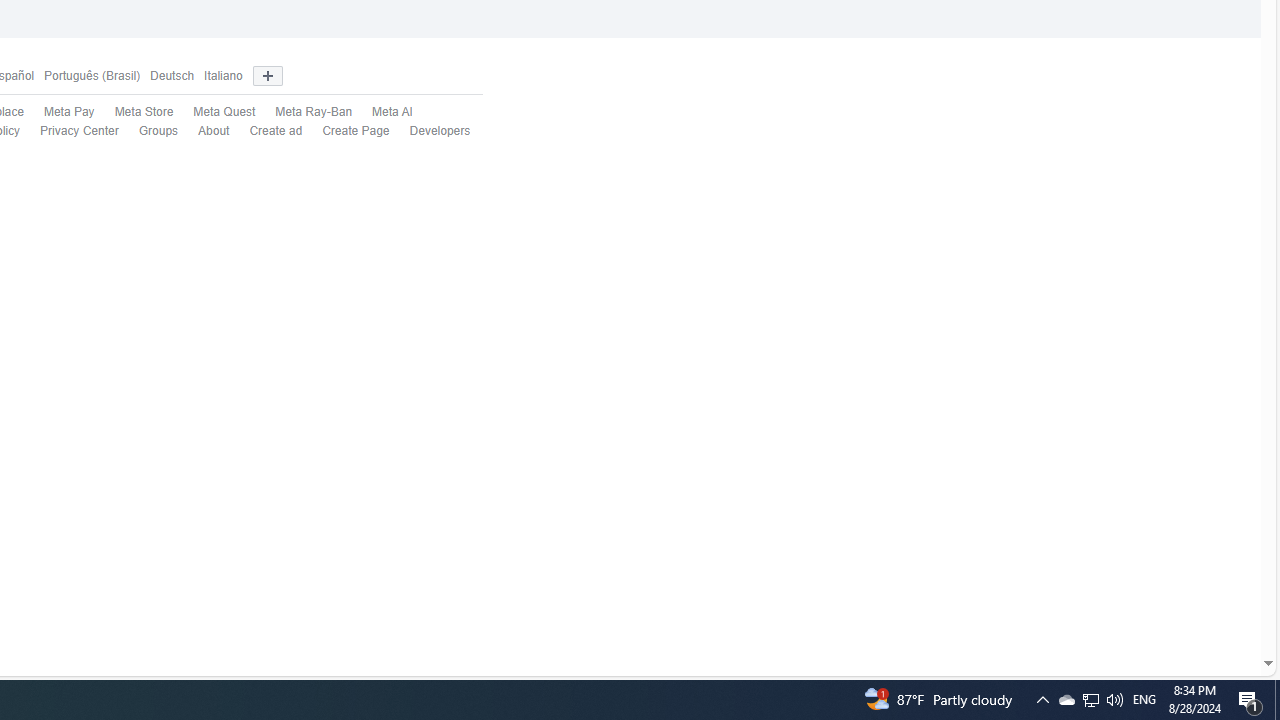  Describe the element at coordinates (392, 112) in the screenshot. I see `'Meta AI'` at that location.